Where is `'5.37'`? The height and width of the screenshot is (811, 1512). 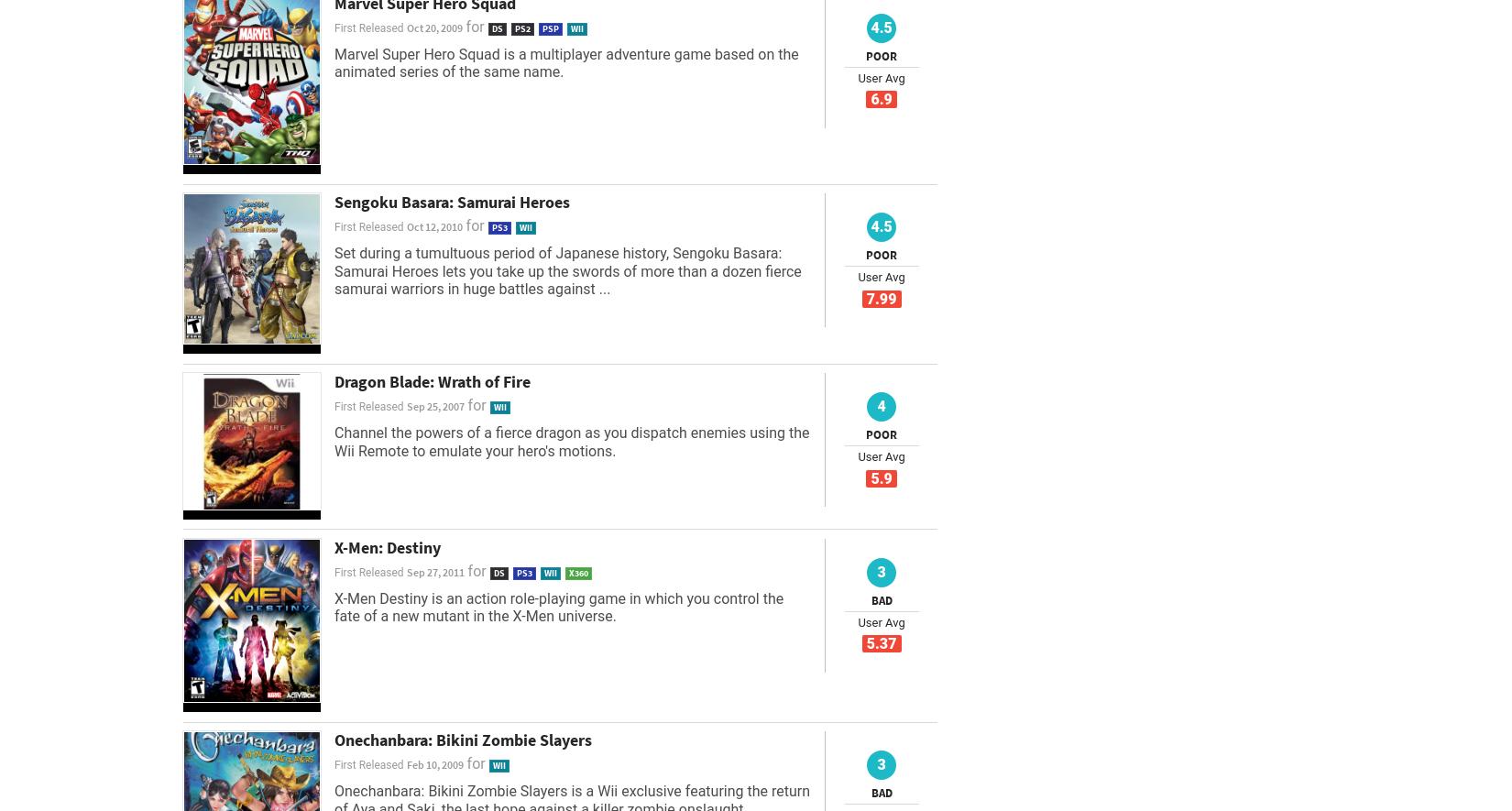
'5.37' is located at coordinates (881, 642).